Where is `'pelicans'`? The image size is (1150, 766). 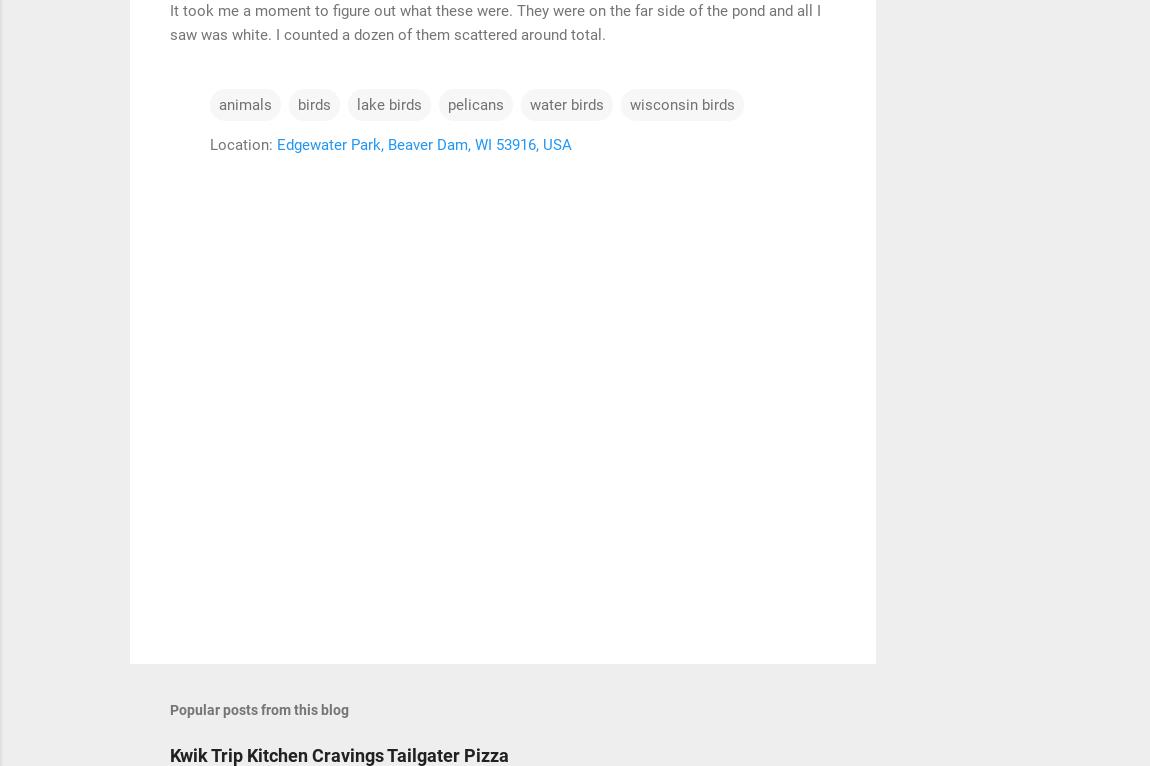
'pelicans' is located at coordinates (475, 103).